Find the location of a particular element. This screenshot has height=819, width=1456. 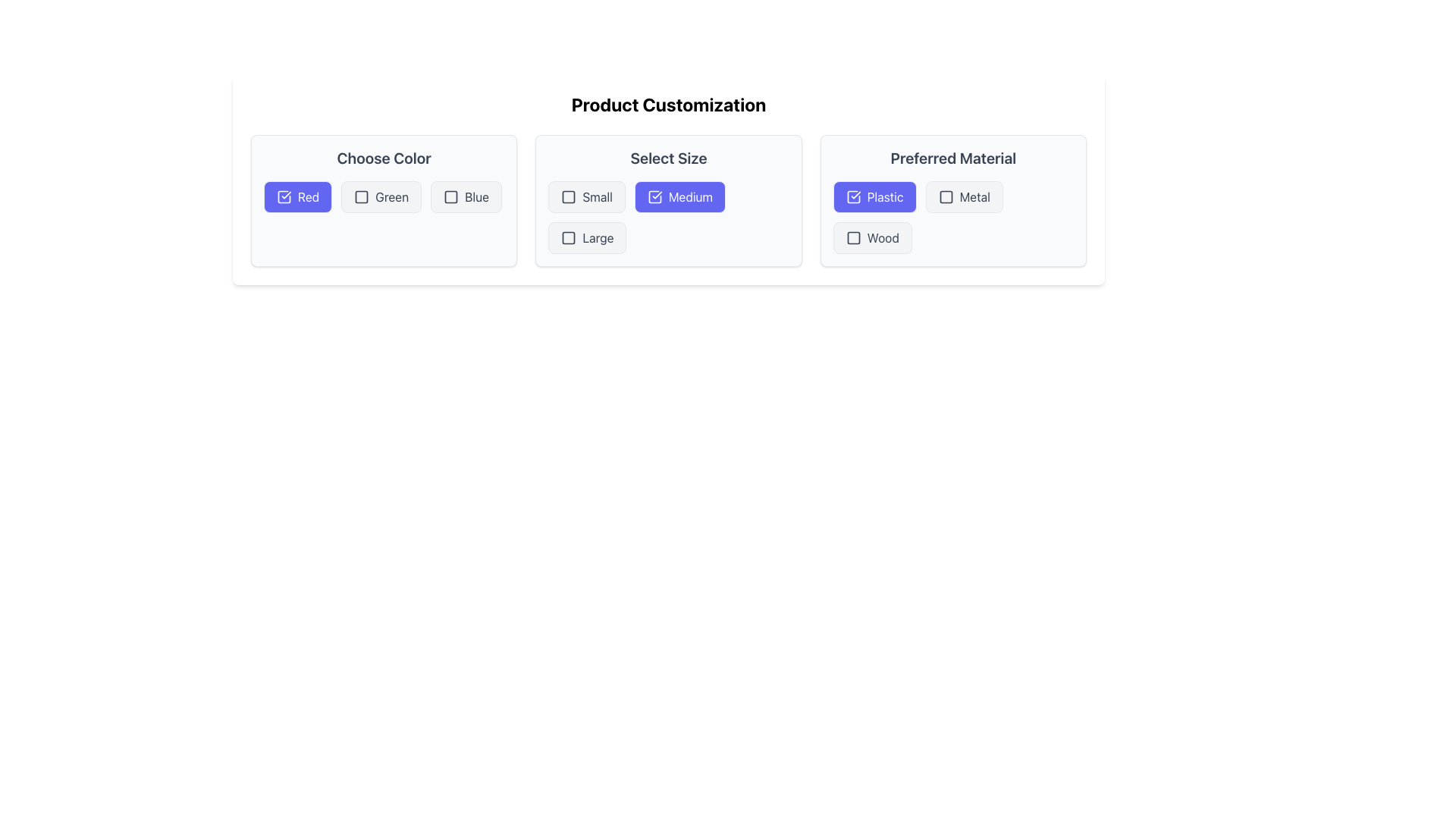

the 'Blue' checkbox within the 'Choose Color' section is located at coordinates (450, 196).